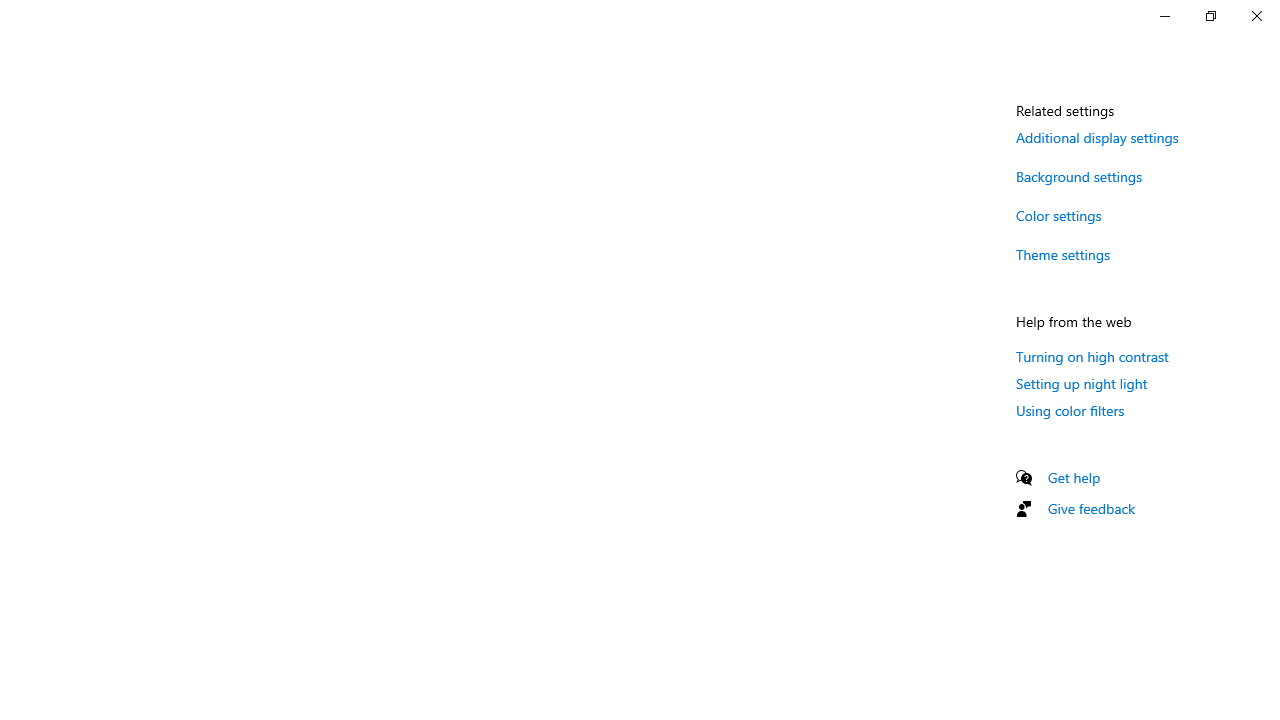  Describe the element at coordinates (1090, 507) in the screenshot. I see `'Give feedback'` at that location.